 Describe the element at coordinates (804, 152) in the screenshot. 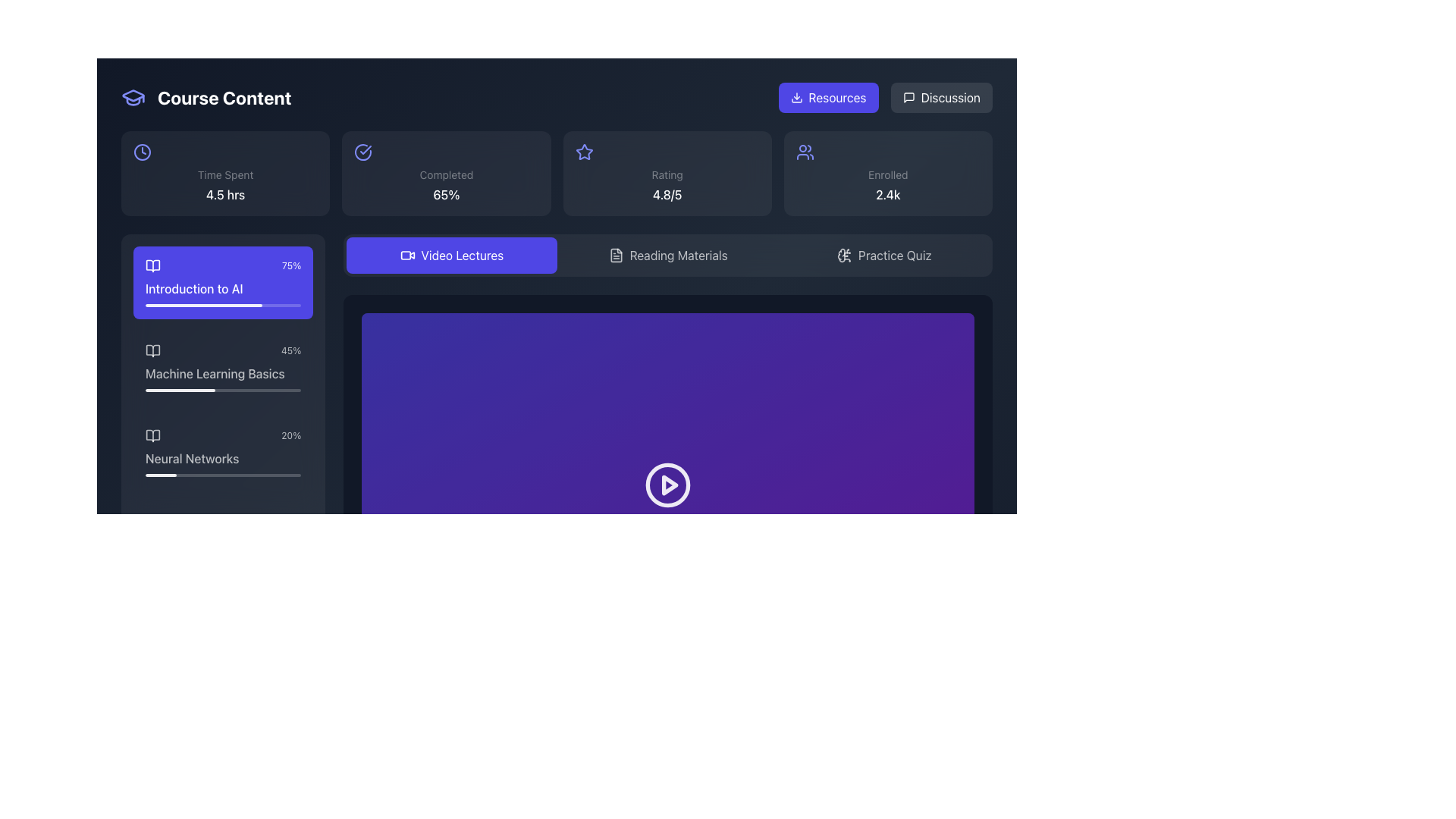

I see `the user statistics icon located in the top-right section of the interface, specifically within the third card from the left in the top row, above the text 'Enrolled'` at that location.